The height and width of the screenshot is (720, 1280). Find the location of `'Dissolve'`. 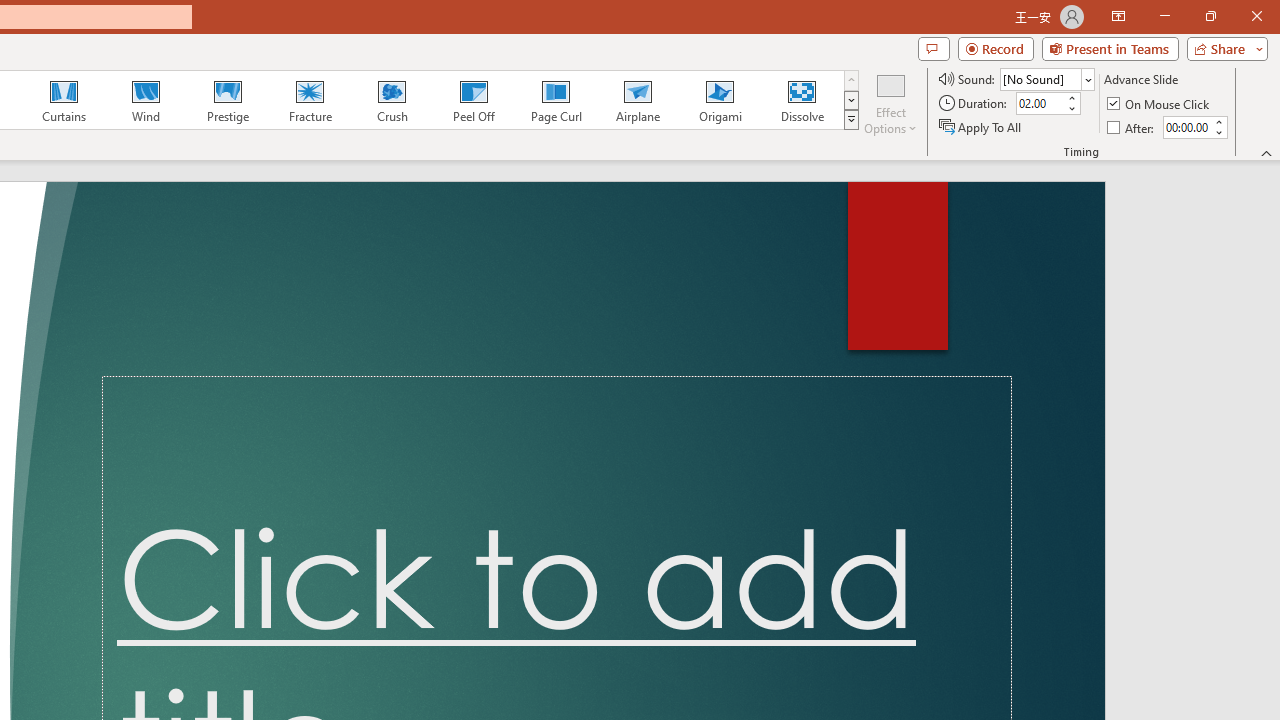

'Dissolve' is located at coordinates (802, 100).